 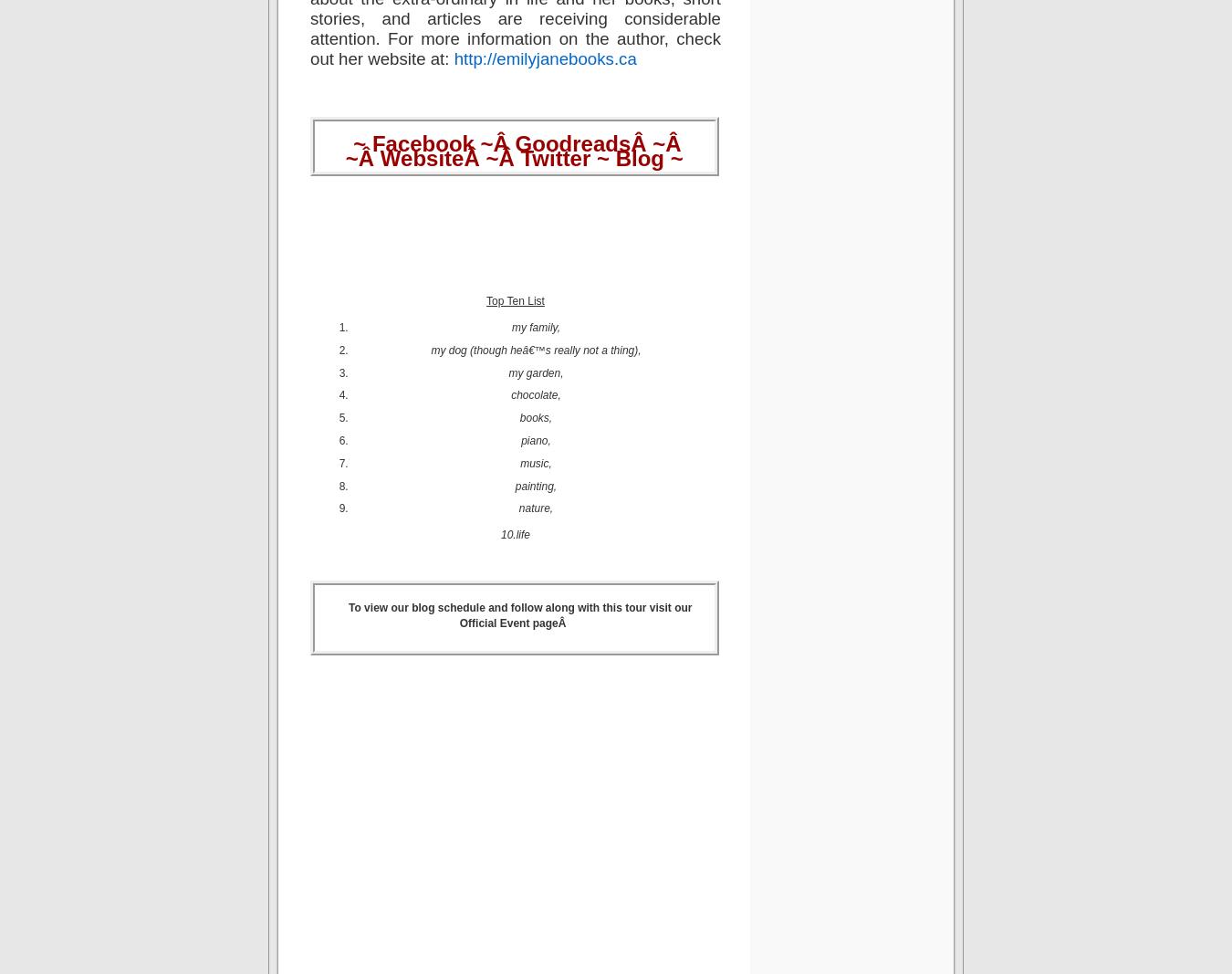 I want to click on 'Twitter', so click(x=519, y=157).